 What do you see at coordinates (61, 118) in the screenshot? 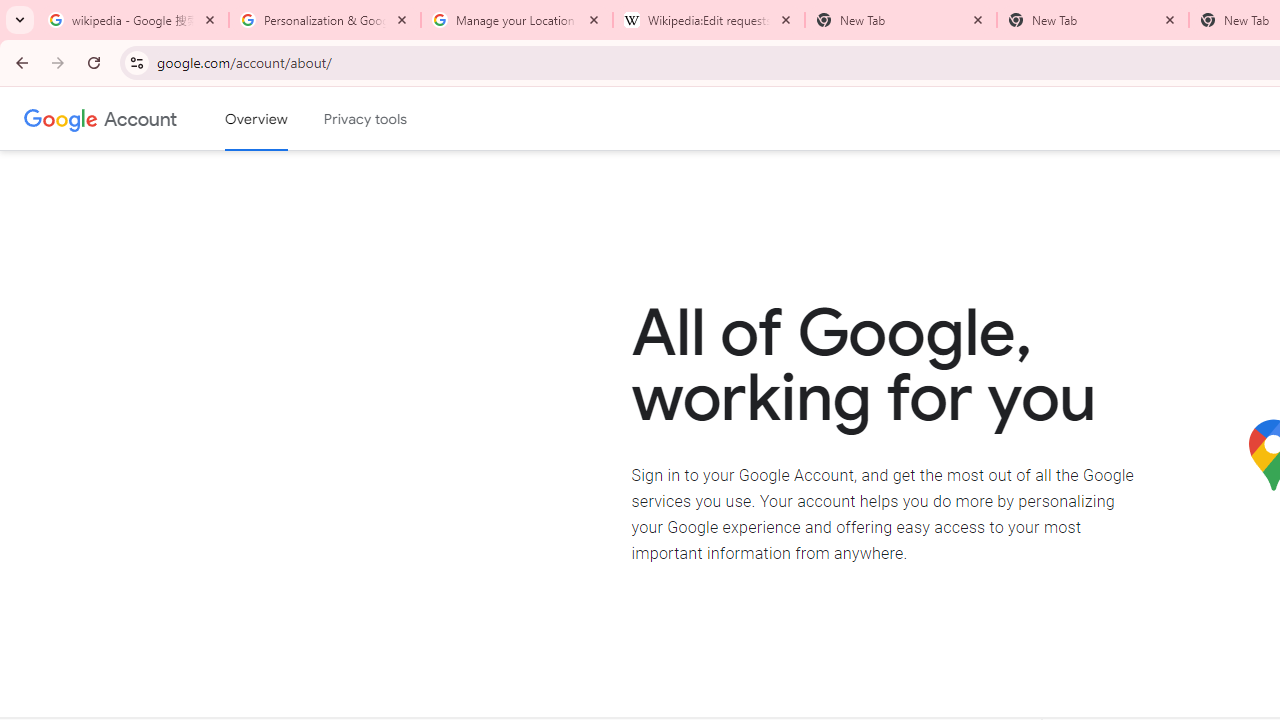
I see `'Google logo'` at bounding box center [61, 118].